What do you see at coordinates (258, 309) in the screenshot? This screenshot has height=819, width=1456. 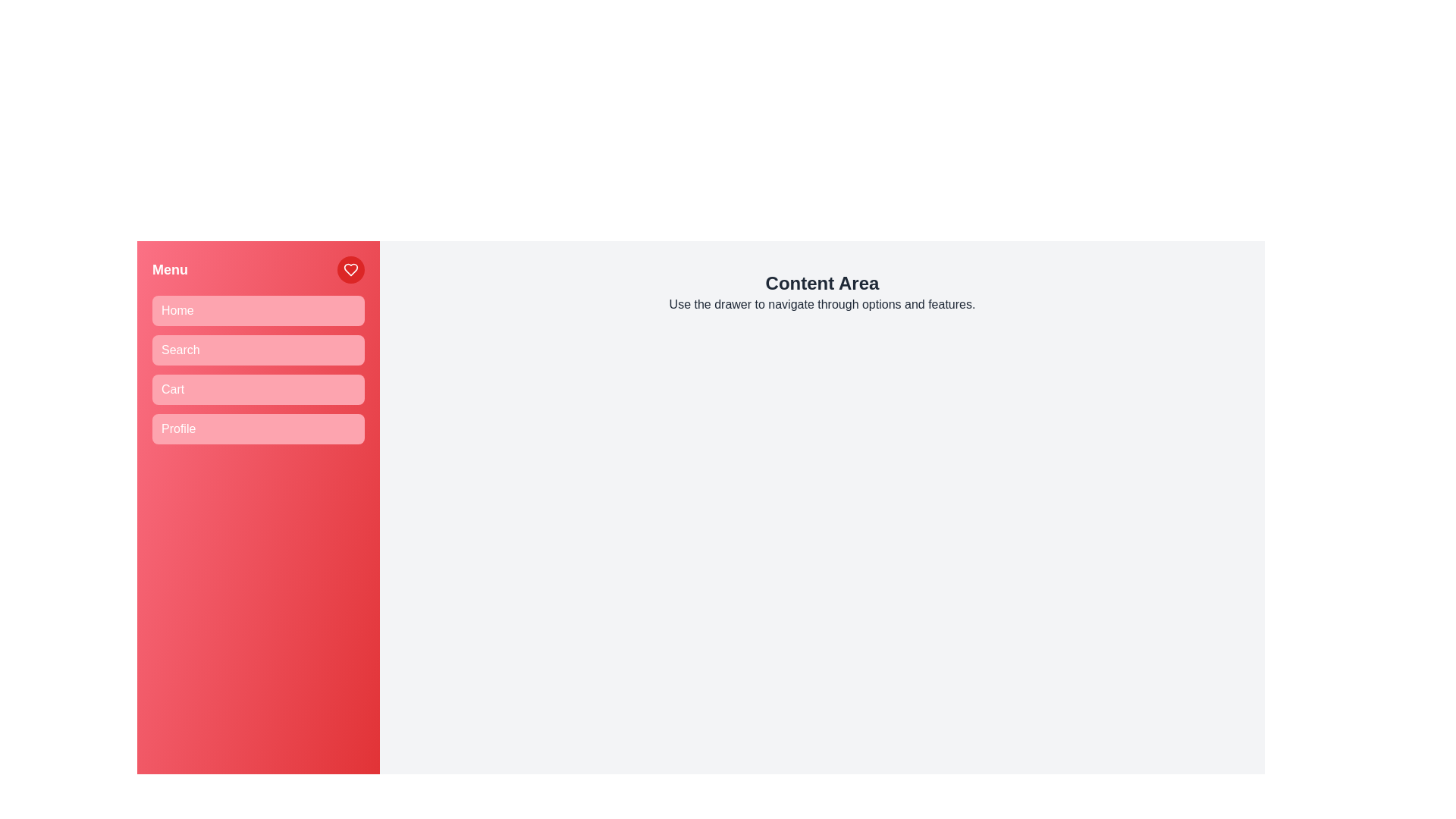 I see `the Home button to navigate to the corresponding section` at bounding box center [258, 309].